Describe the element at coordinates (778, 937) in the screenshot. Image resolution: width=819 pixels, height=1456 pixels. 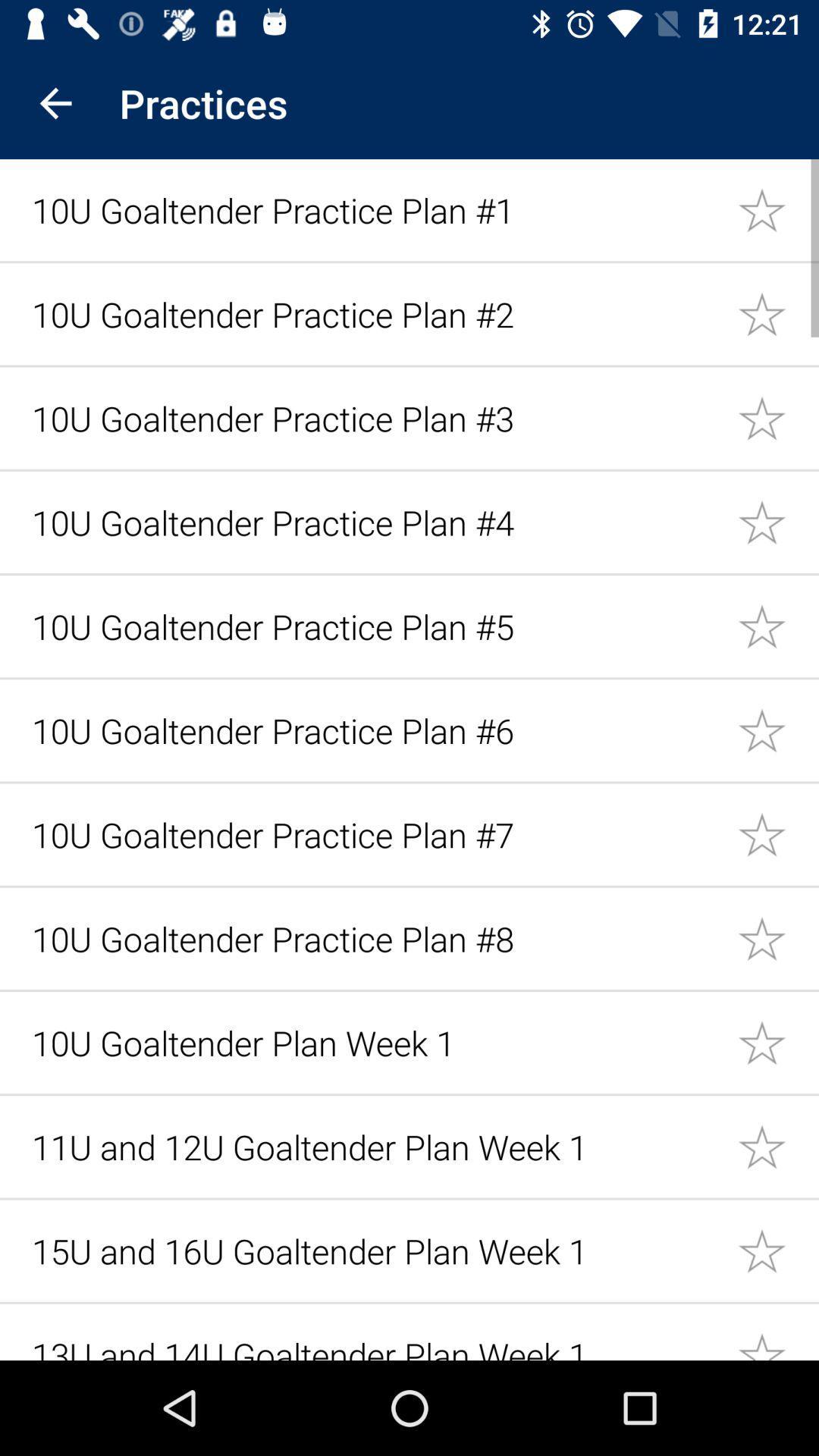
I see `to favorites` at that location.